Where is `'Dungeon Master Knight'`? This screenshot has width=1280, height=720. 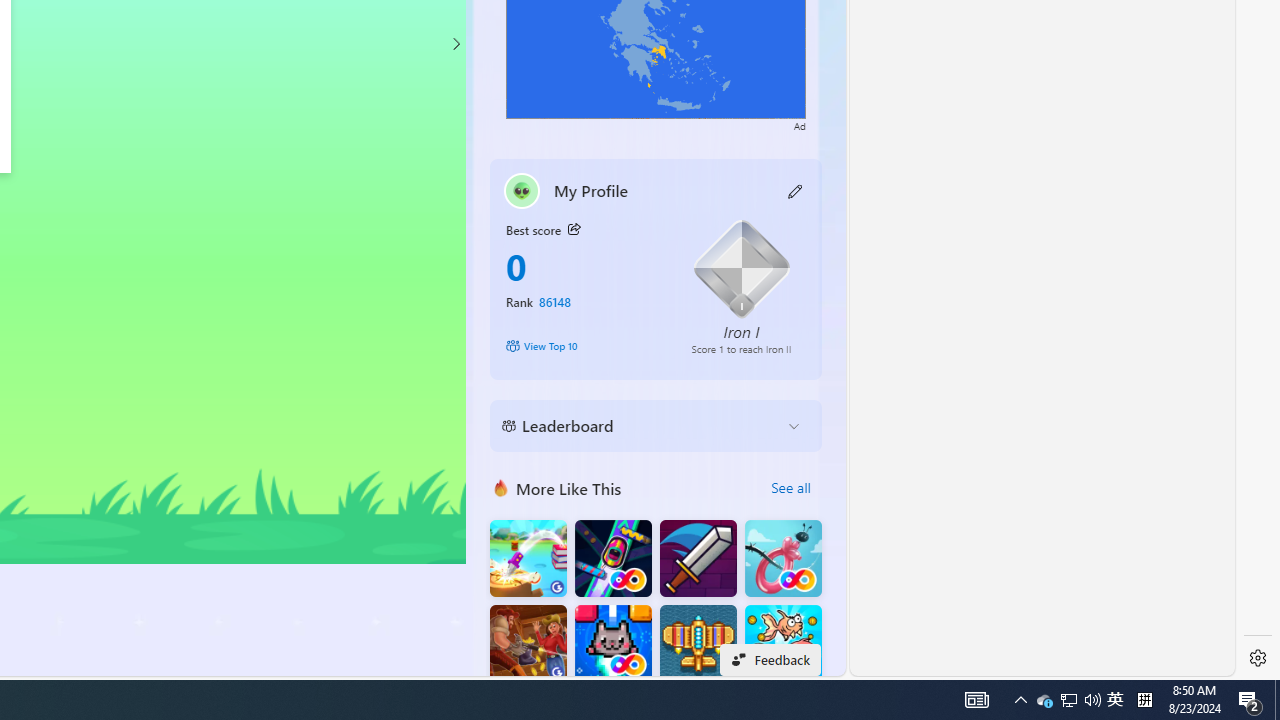
'Dungeon Master Knight' is located at coordinates (698, 558).